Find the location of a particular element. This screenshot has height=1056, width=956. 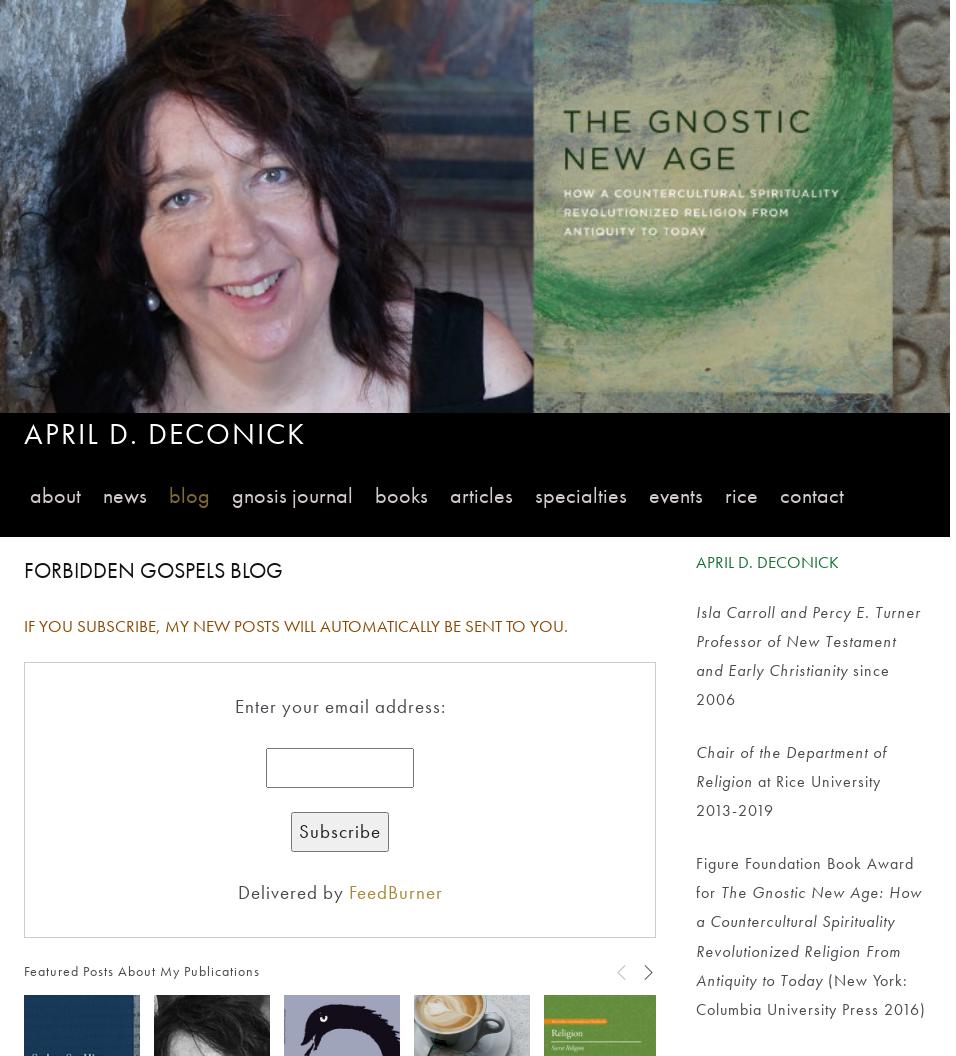

'Enter your email address:' is located at coordinates (338, 705).